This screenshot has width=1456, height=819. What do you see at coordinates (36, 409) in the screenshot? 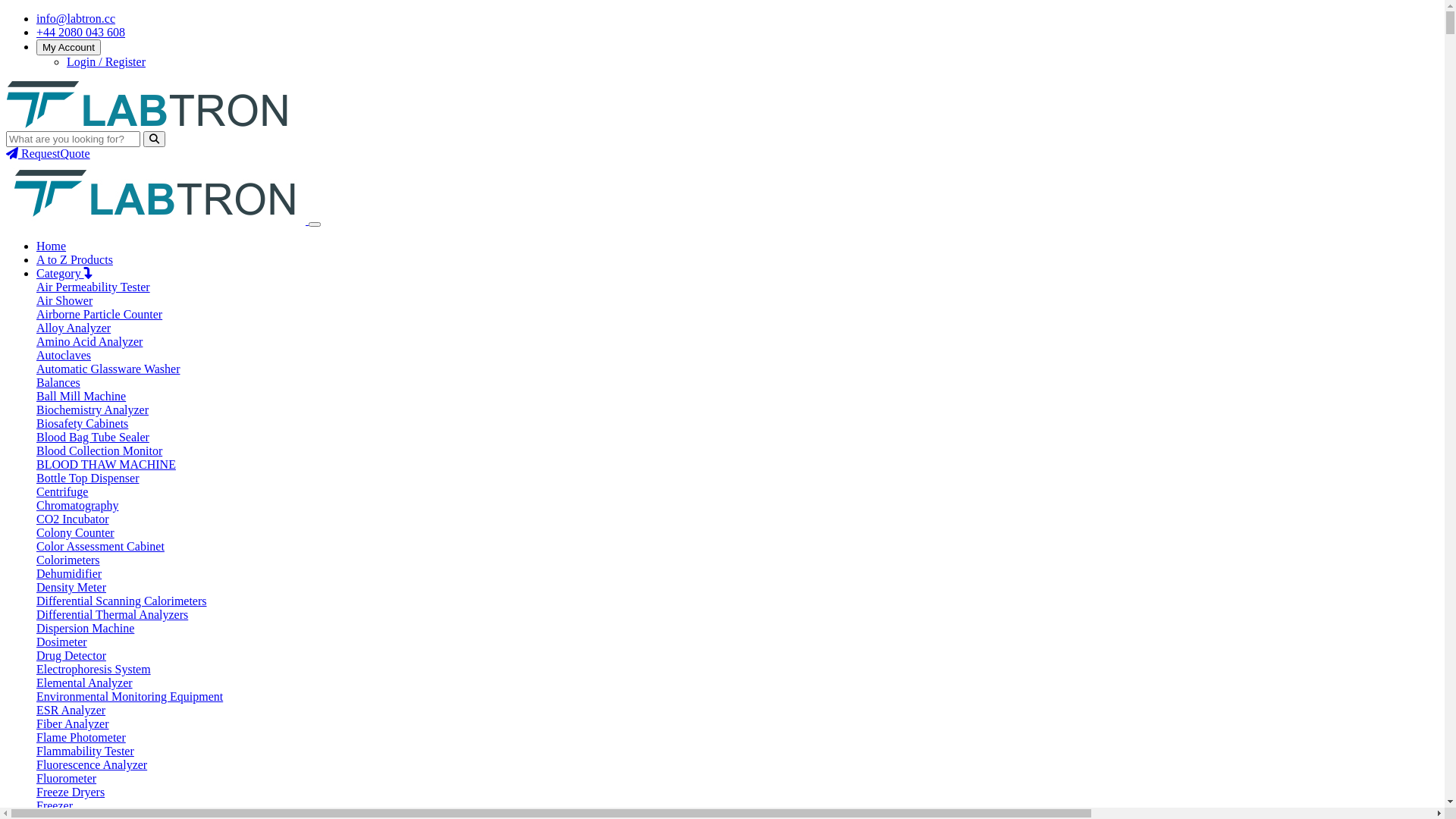
I see `'Biochemistry Analyzer'` at bounding box center [36, 409].